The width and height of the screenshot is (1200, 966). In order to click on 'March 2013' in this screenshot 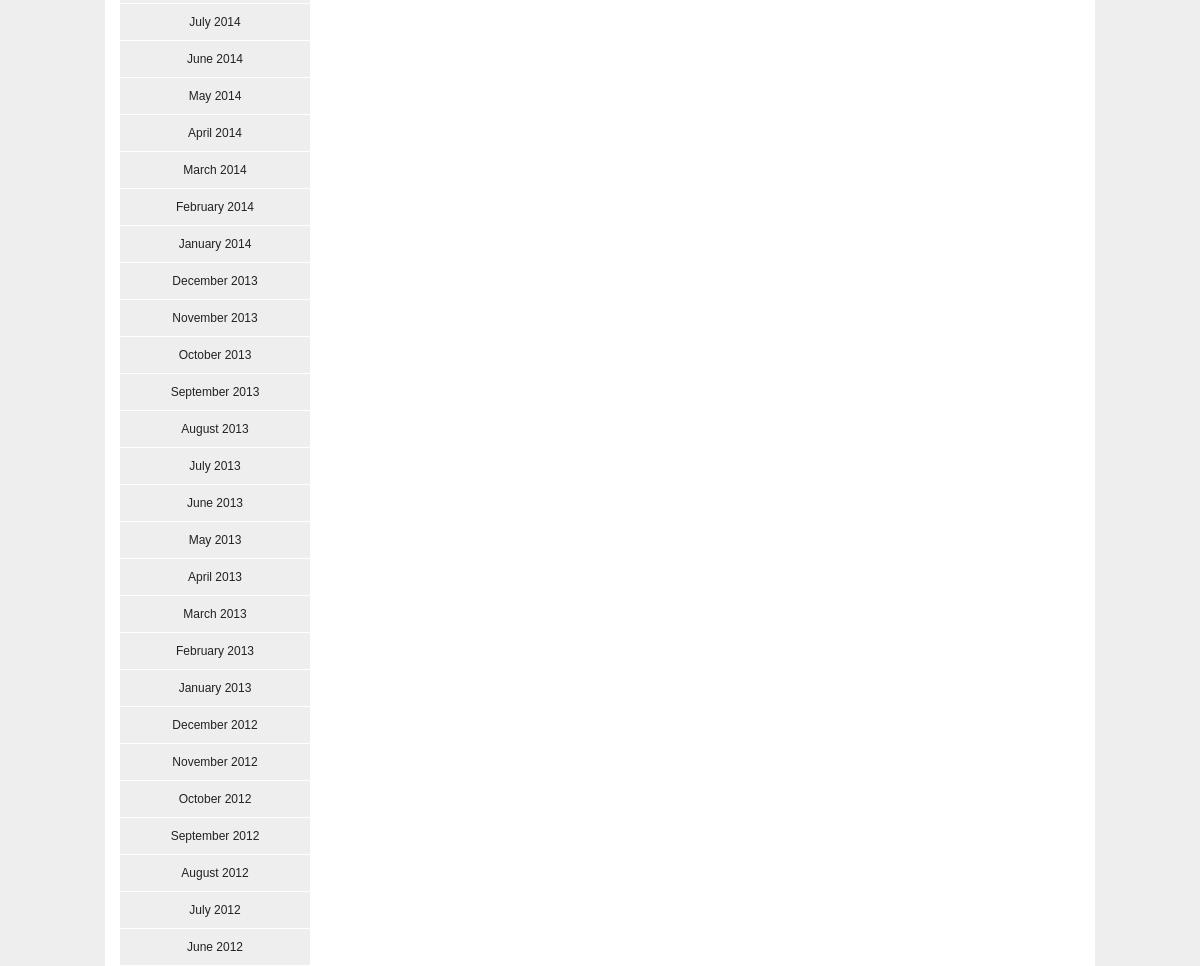, I will do `click(213, 613)`.